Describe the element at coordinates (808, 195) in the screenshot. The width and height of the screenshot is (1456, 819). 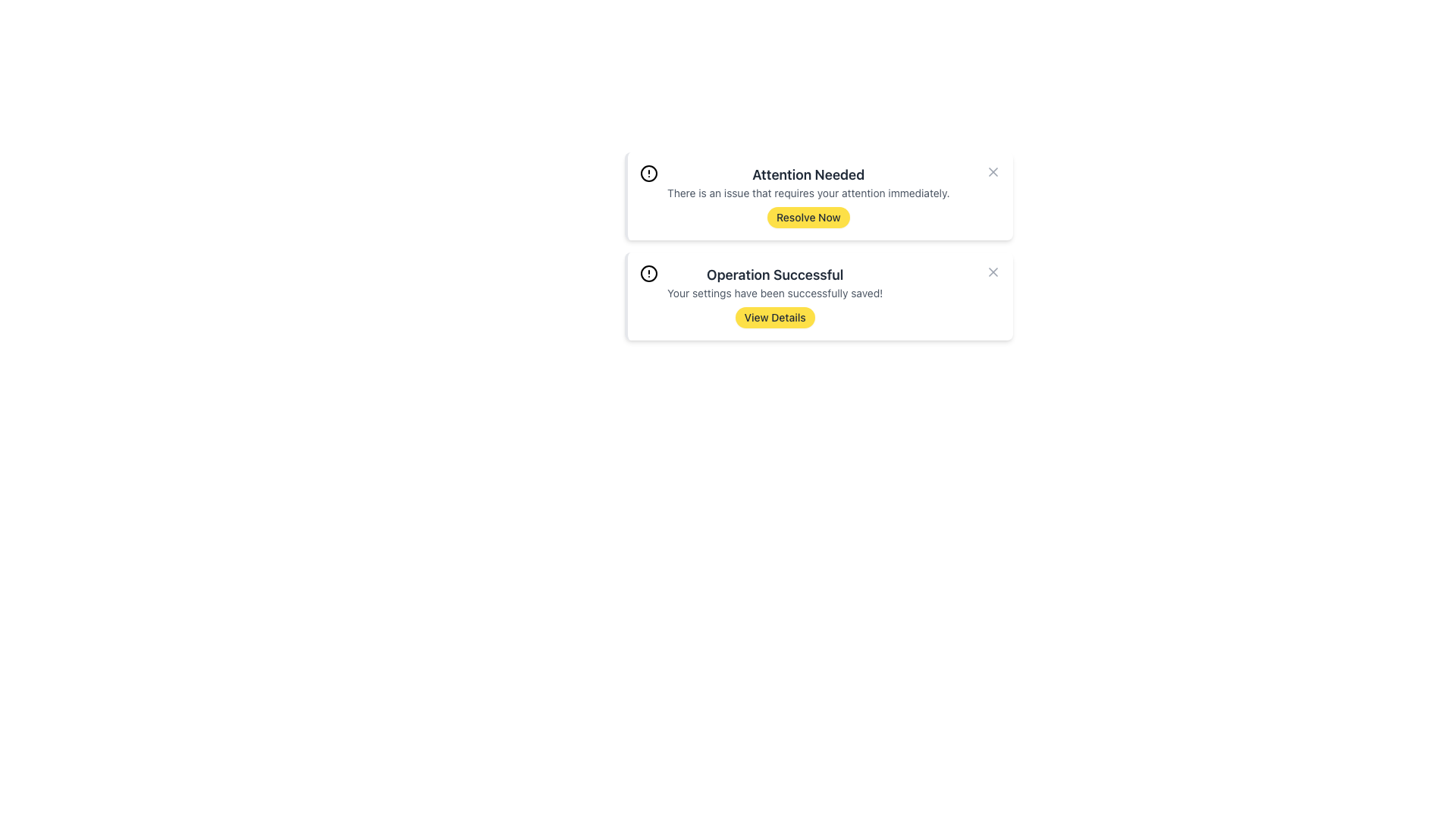
I see `the 'Resolve Now' button in the 'Attention Needed' notification, which is the first item in the vertical list of notifications, to resolve the issue` at that location.